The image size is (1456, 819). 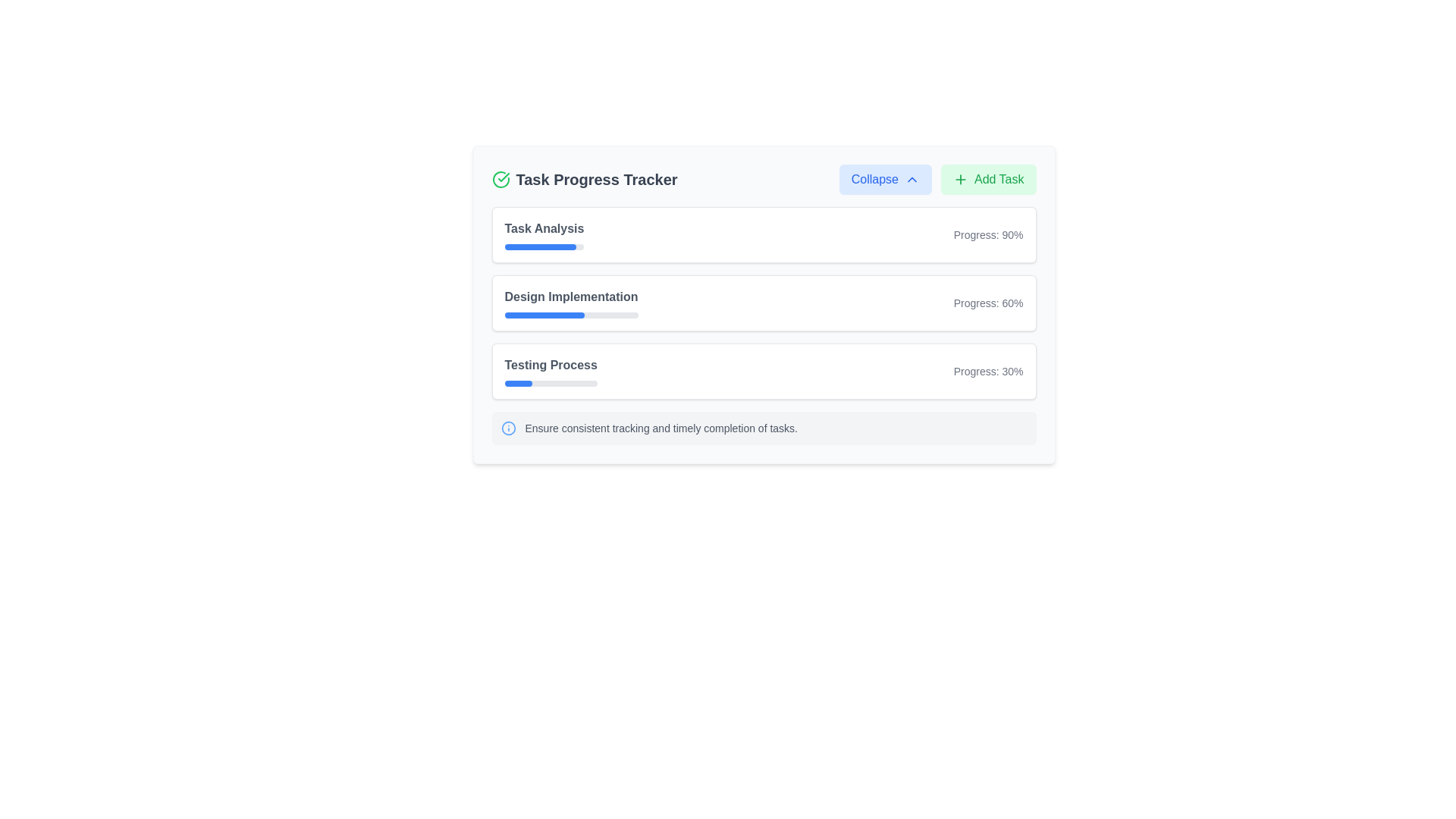 I want to click on the graphical circle component with a blue outline that is part of an information symbol in the bottom part of the interface, so click(x=508, y=428).